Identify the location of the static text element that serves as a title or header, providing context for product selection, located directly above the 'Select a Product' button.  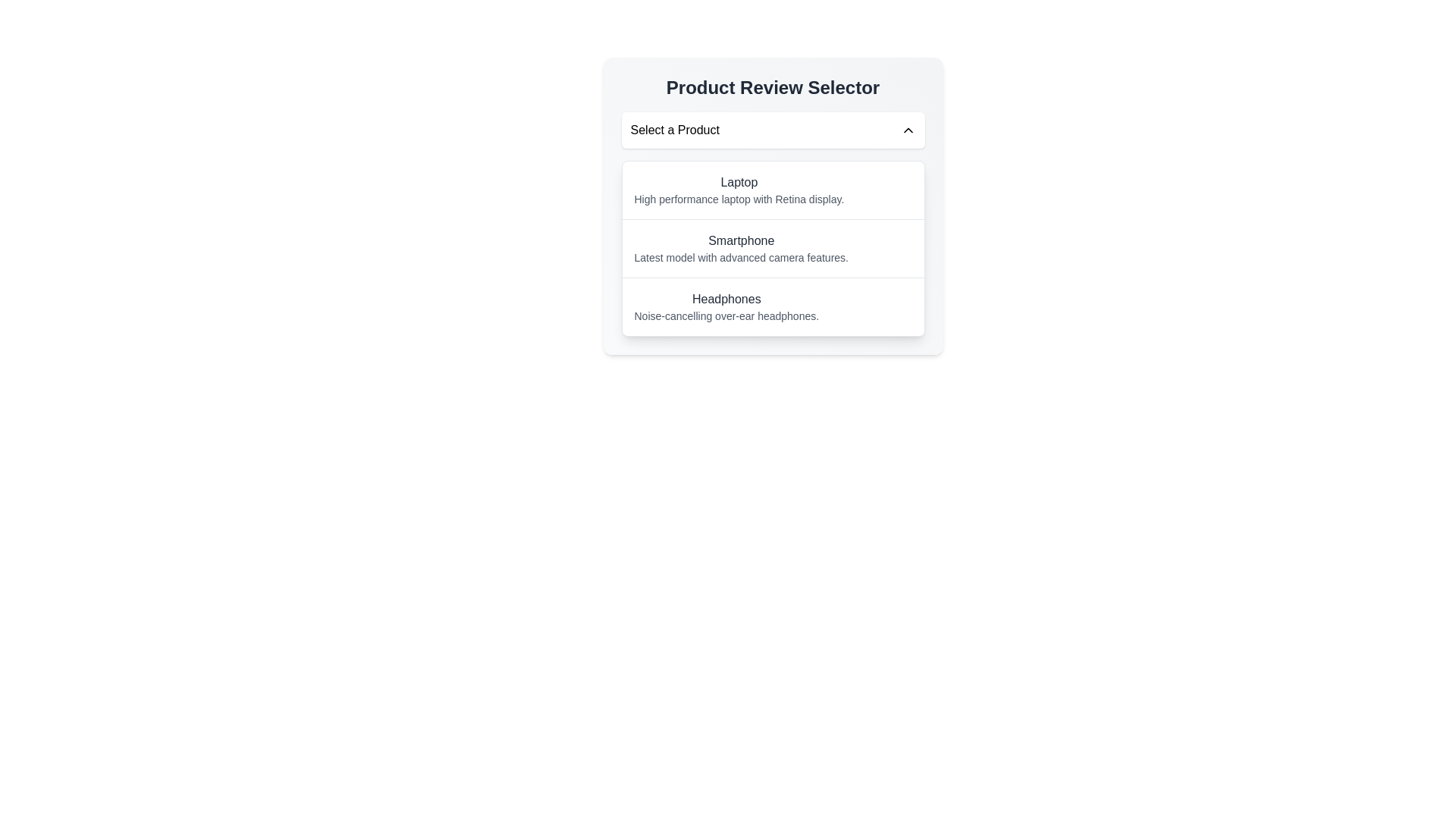
(773, 87).